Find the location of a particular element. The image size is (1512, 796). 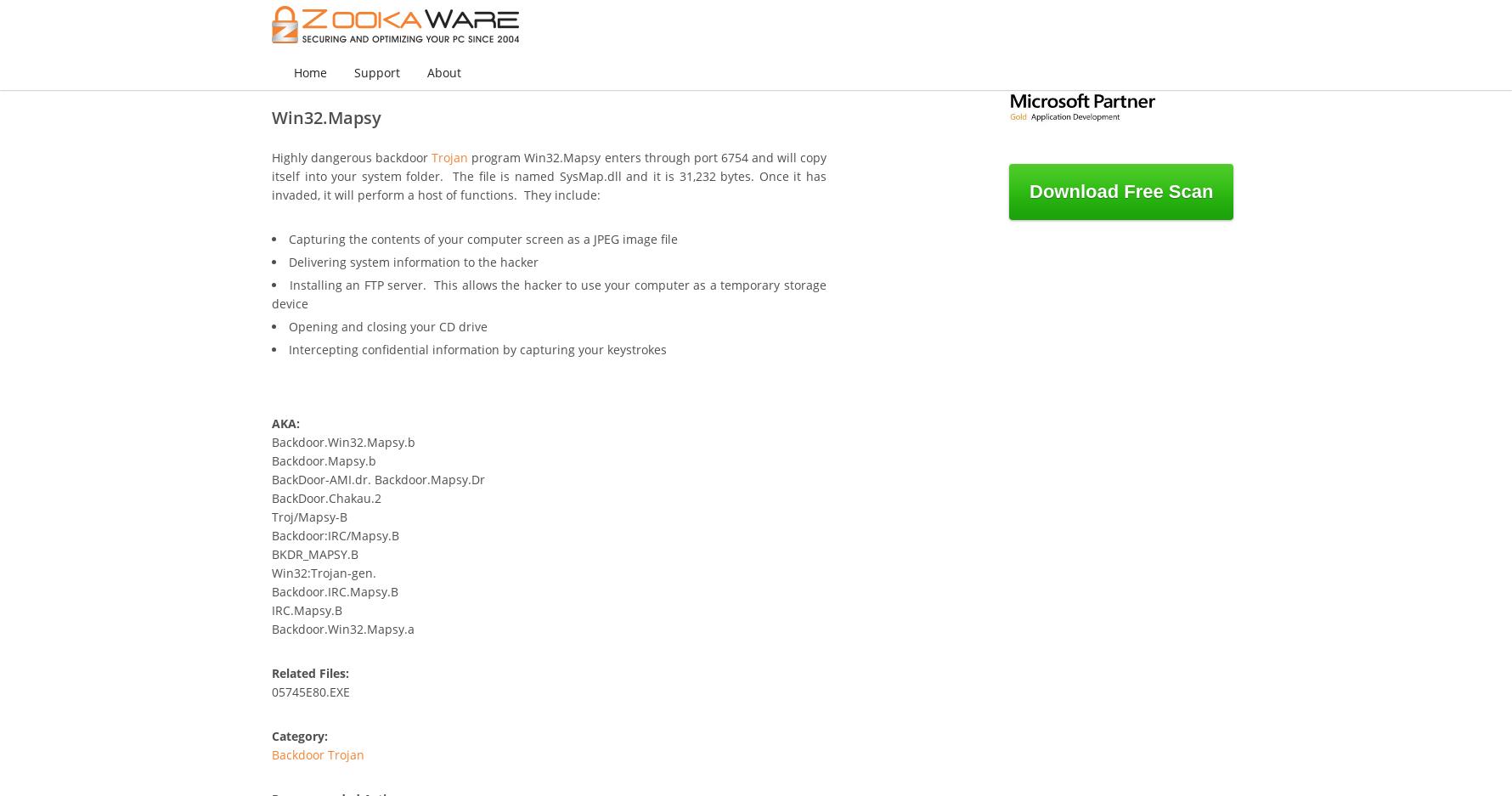

'Trojan' is located at coordinates (449, 157).